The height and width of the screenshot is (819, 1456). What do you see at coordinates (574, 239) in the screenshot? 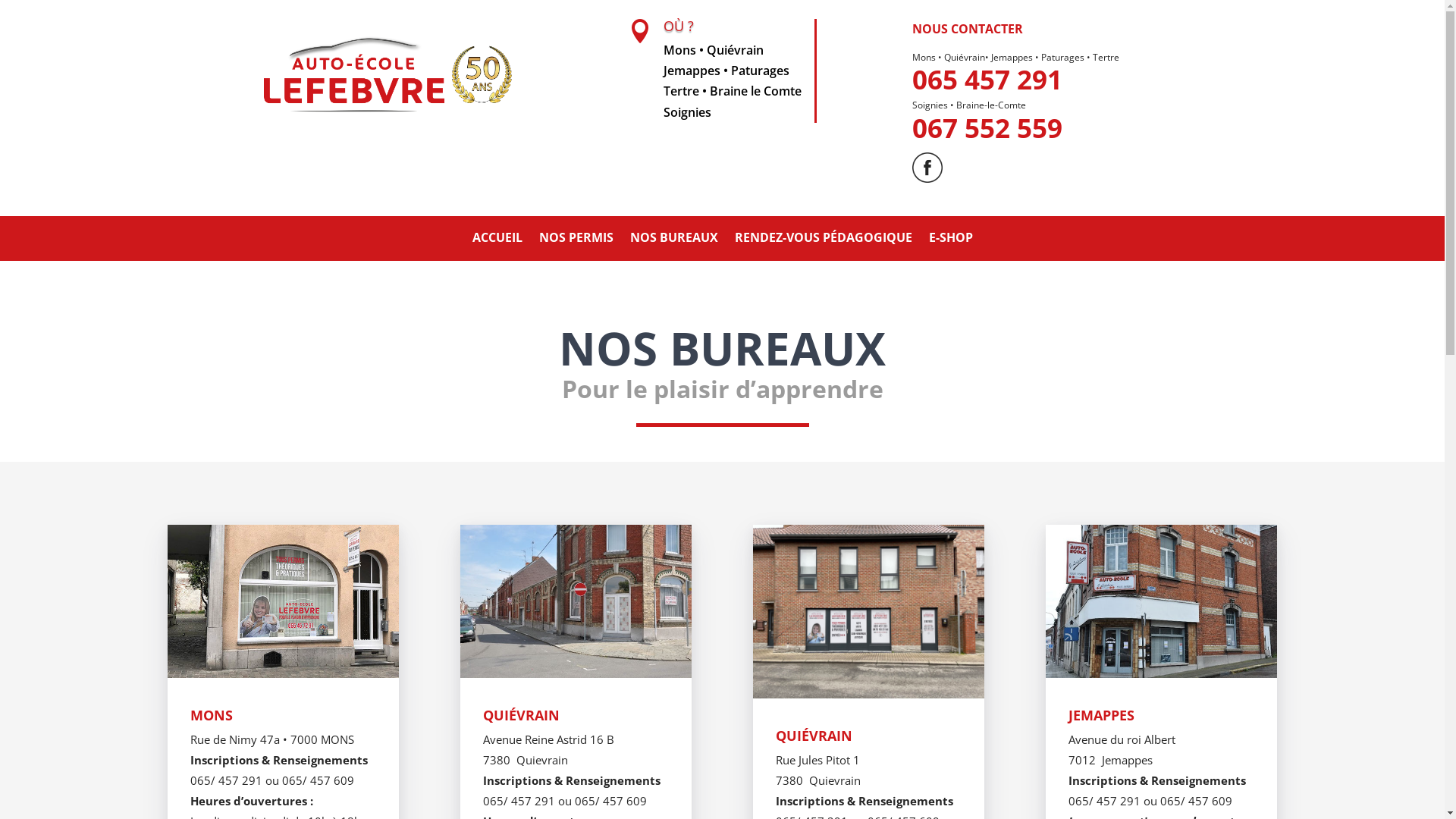
I see `'NOS PERMIS'` at bounding box center [574, 239].